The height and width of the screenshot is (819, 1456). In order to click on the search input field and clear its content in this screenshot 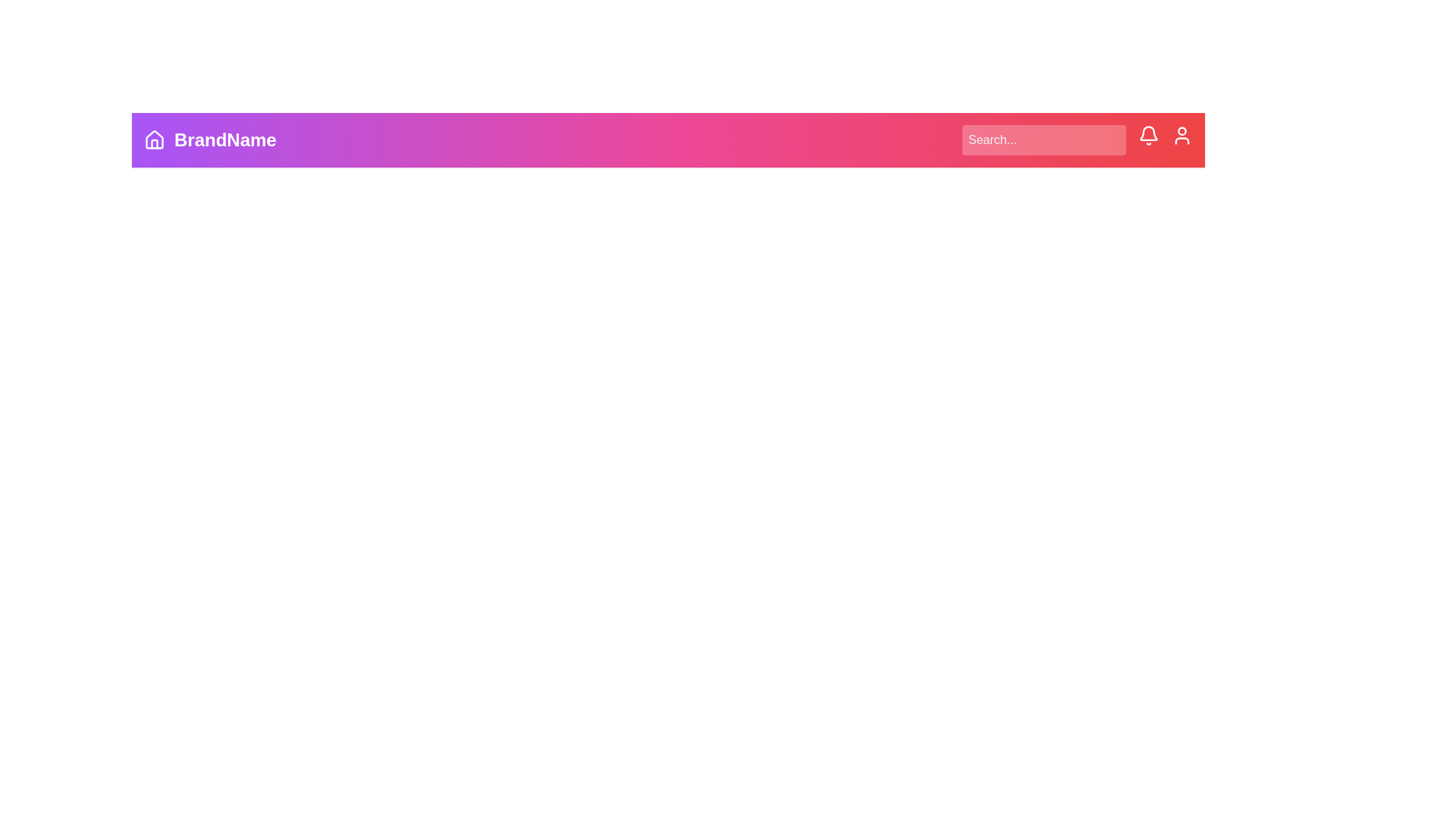, I will do `click(1043, 140)`.